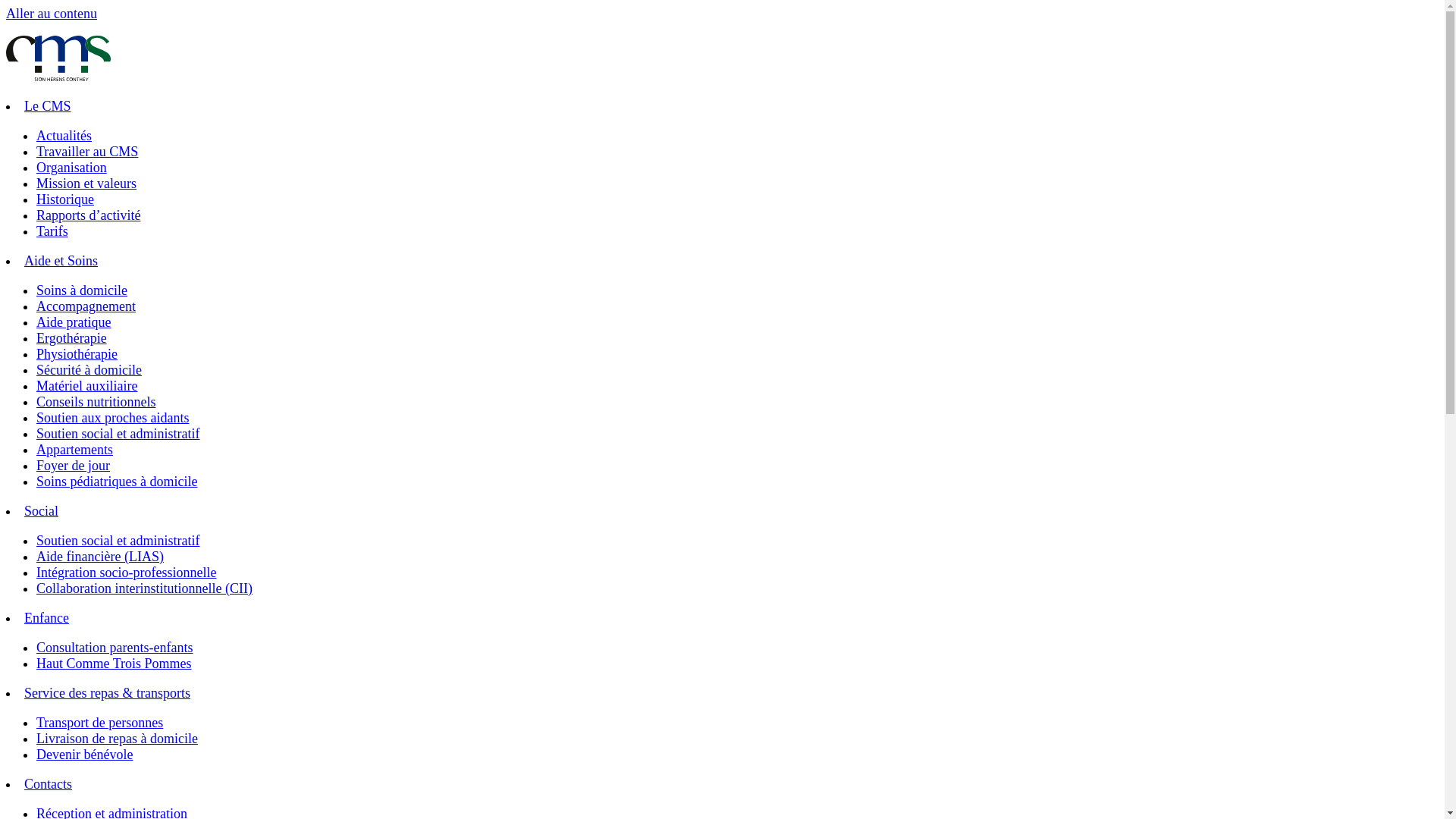 This screenshot has width=1456, height=819. What do you see at coordinates (48, 783) in the screenshot?
I see `'Contacts'` at bounding box center [48, 783].